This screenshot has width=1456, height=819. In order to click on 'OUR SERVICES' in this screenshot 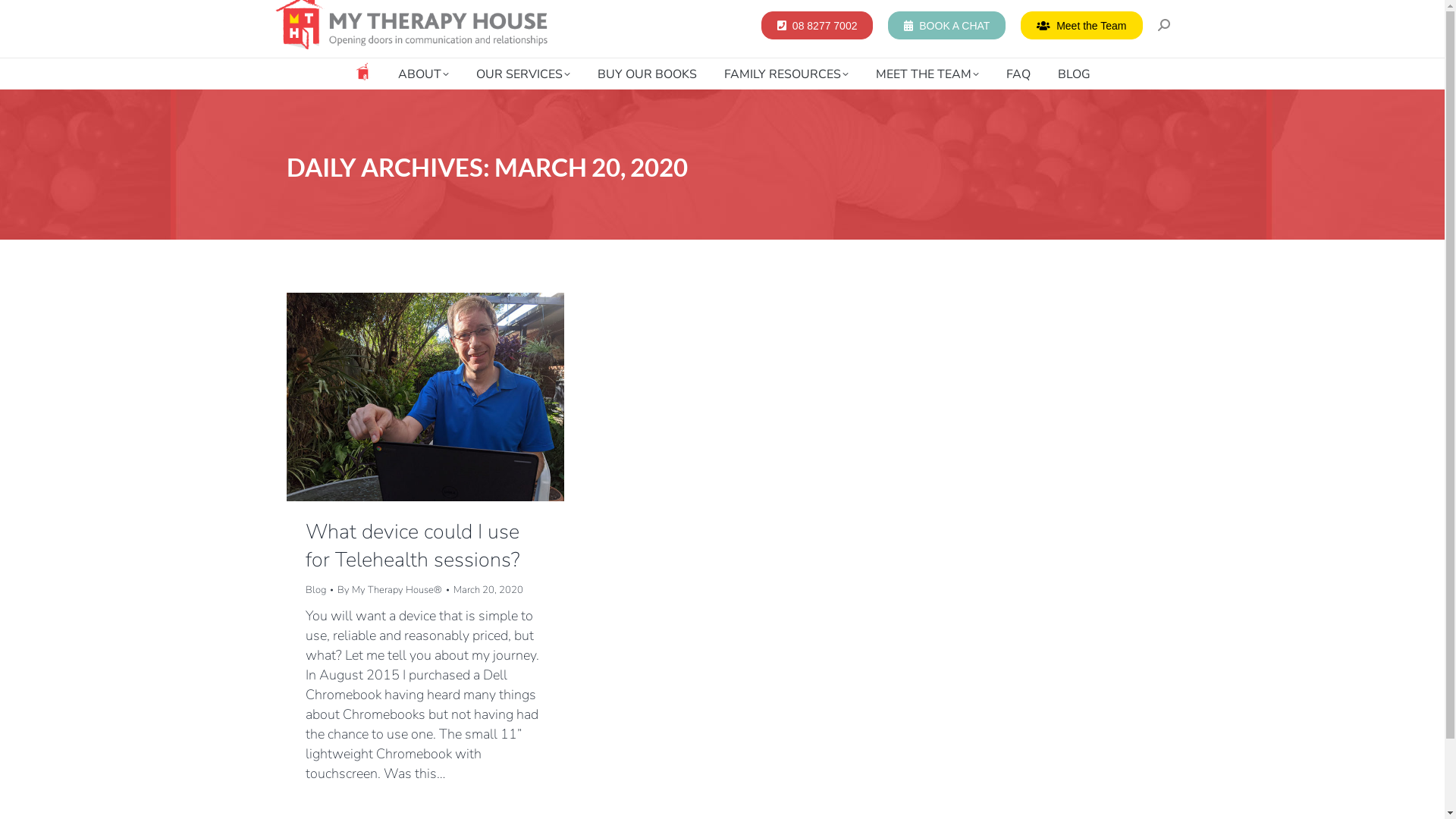, I will do `click(523, 74)`.